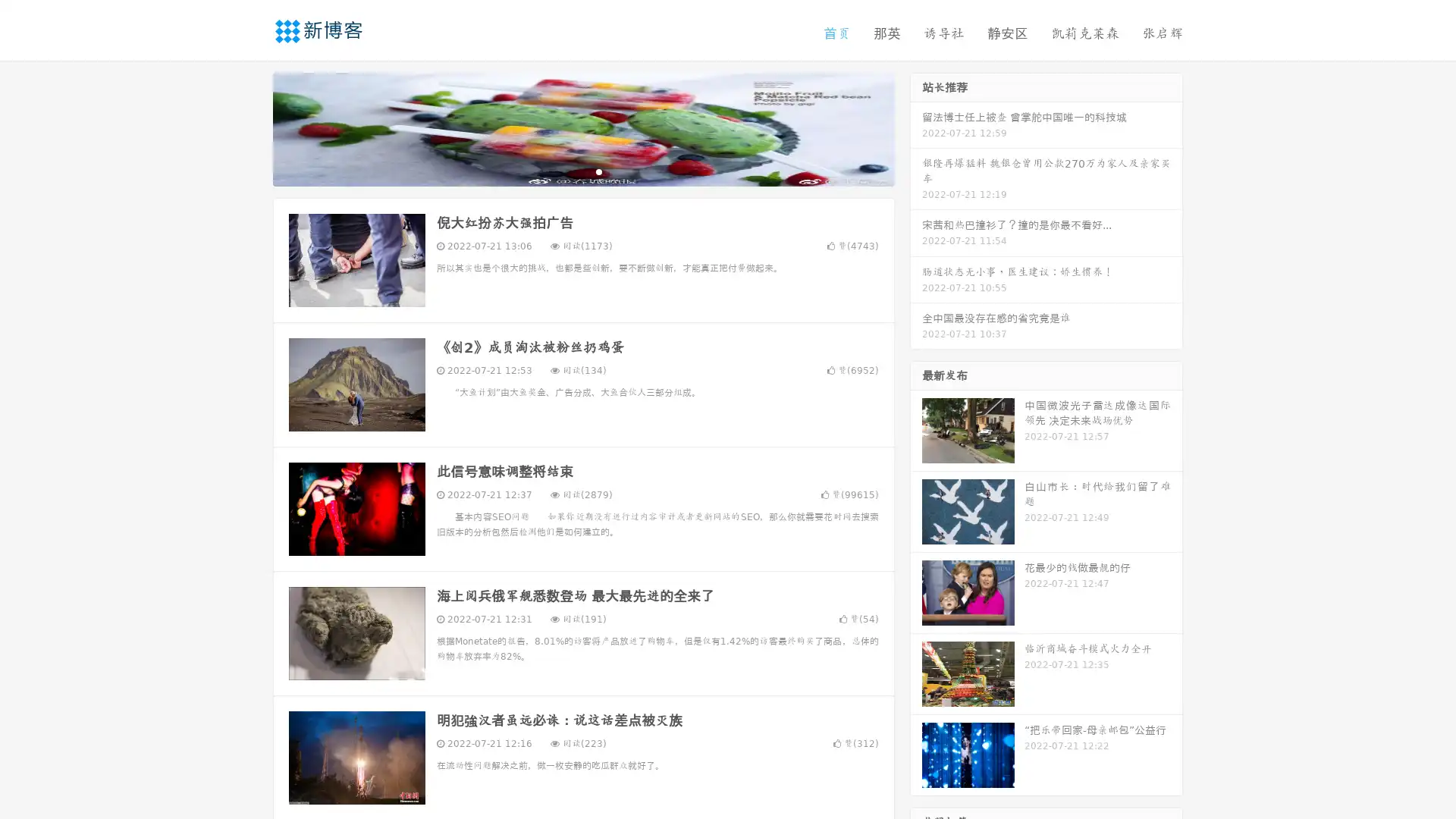  What do you see at coordinates (567, 171) in the screenshot?
I see `Go to slide 1` at bounding box center [567, 171].